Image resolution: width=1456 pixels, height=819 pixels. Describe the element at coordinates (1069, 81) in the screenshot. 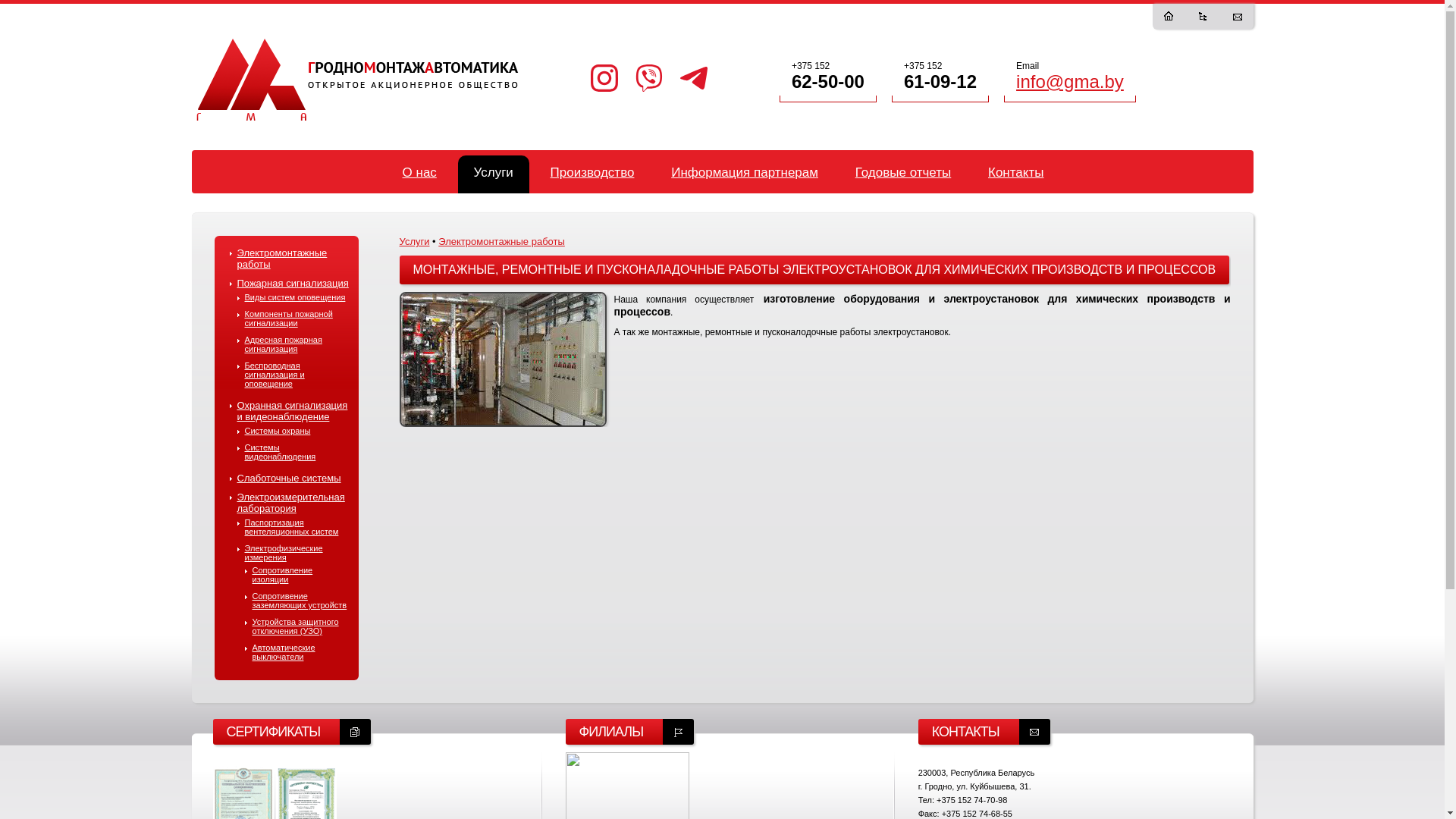

I see `'info@gma.by'` at that location.